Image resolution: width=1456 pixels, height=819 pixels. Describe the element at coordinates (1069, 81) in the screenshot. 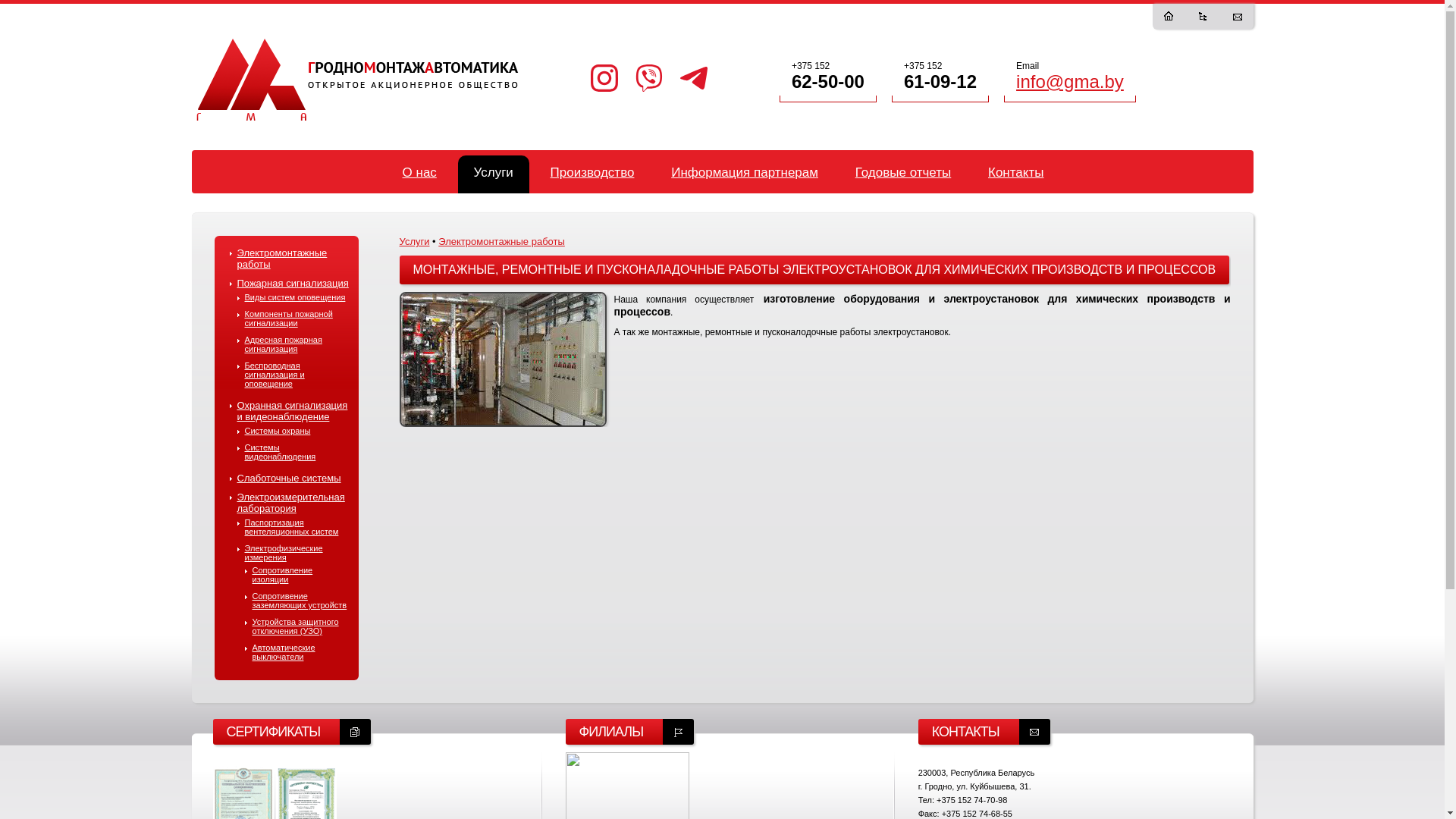

I see `'info@gma.by'` at that location.